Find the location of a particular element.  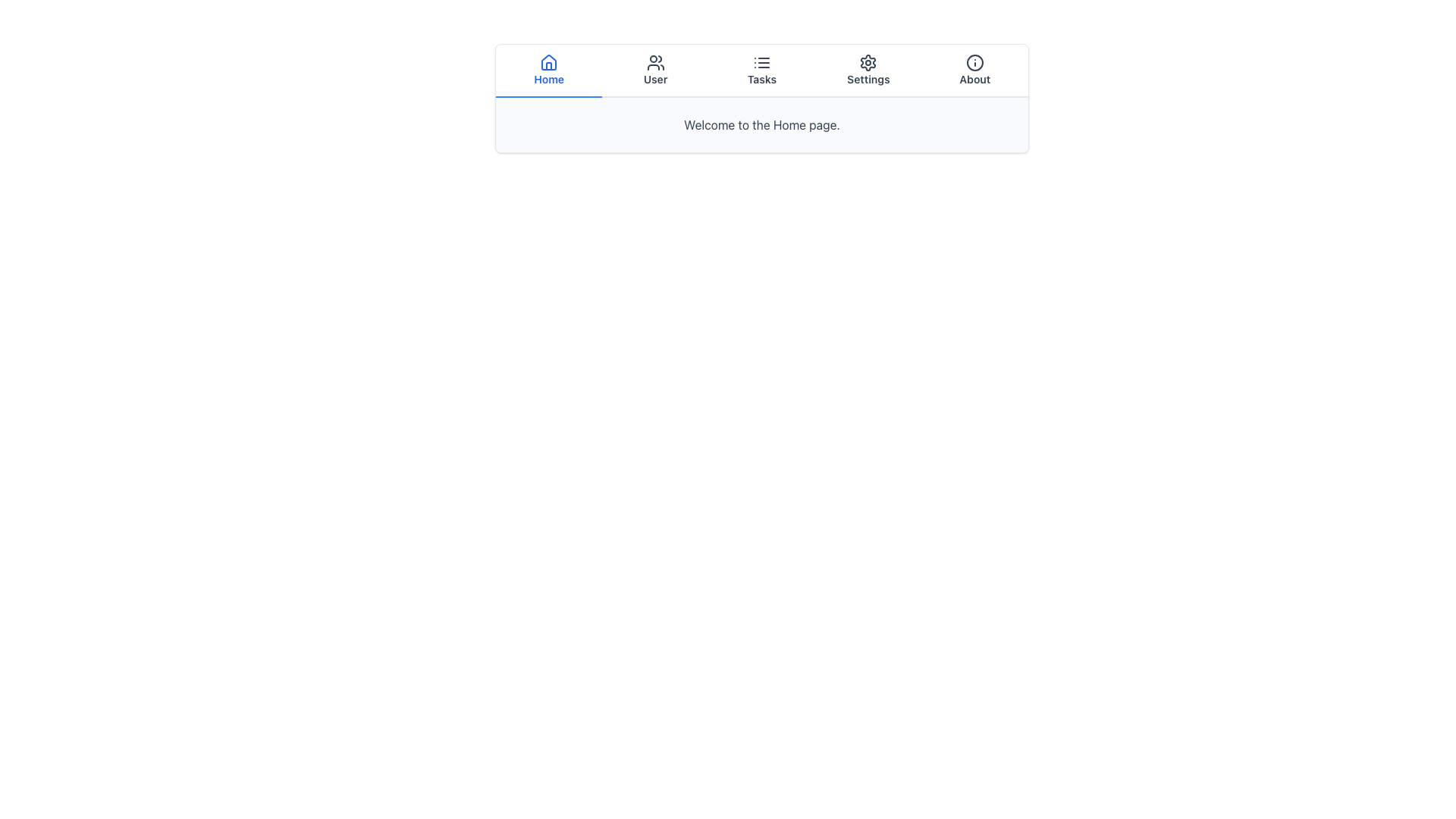

the decorative icon for the 'Tasks' navigation tab, which is centrally aligned above the label 'Tasks' and is the second option from the left in the navigation bar is located at coordinates (761, 62).